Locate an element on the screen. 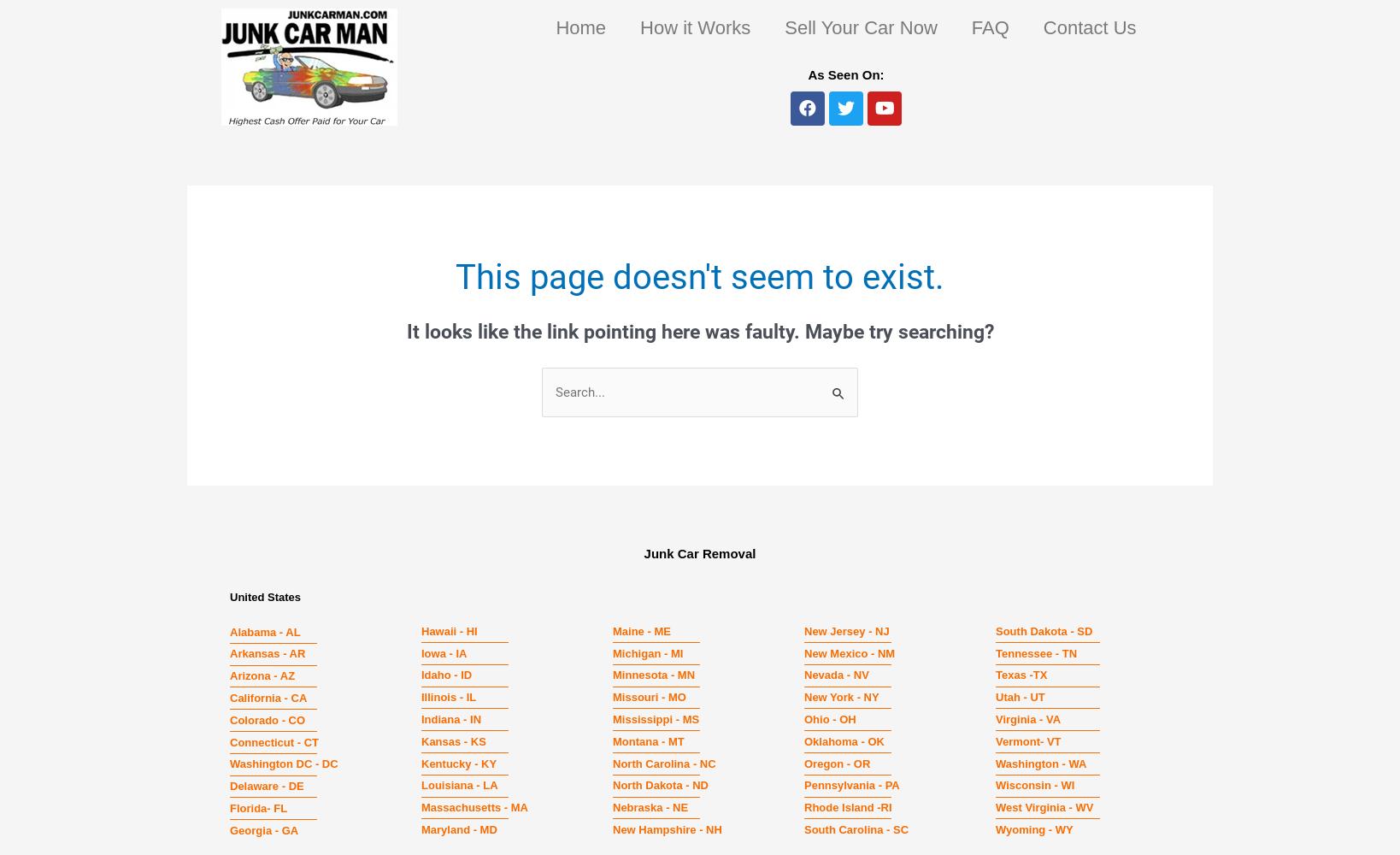 The height and width of the screenshot is (855, 1400). 'Alabama - AL' is located at coordinates (265, 630).